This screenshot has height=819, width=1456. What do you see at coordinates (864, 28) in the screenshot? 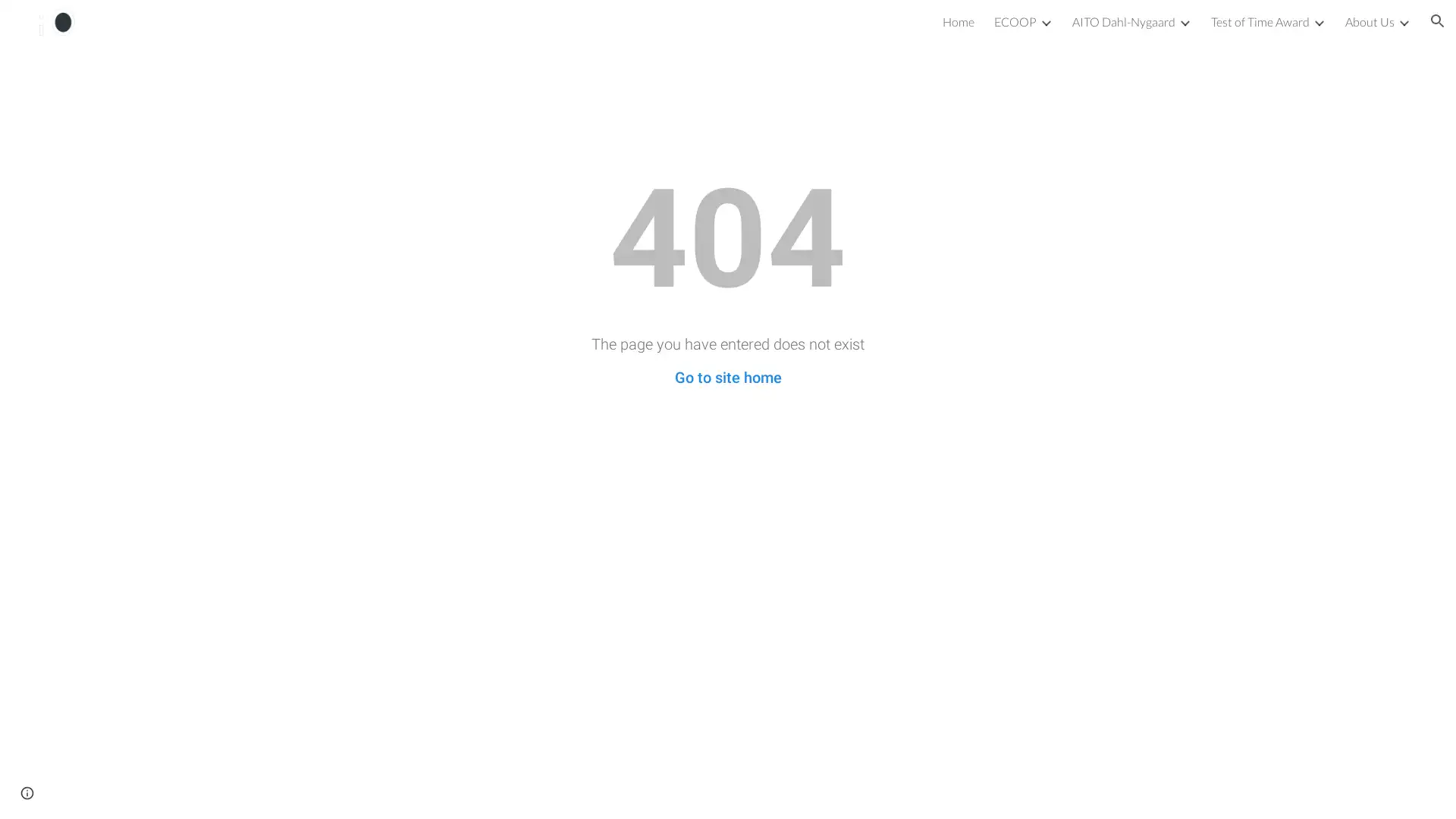
I see `Skip to navigation` at bounding box center [864, 28].